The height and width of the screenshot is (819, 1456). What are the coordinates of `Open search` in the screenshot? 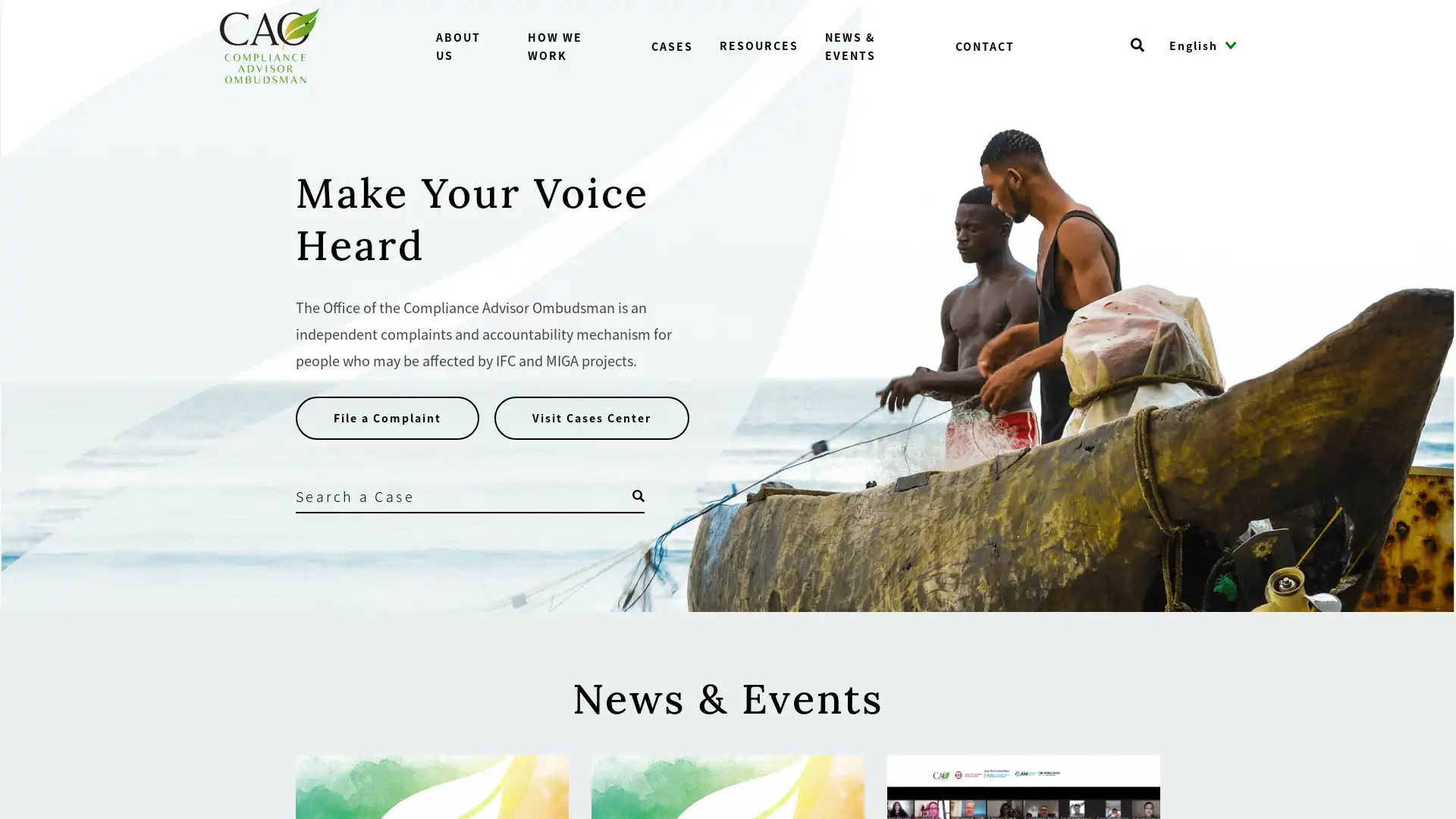 It's located at (1137, 45).